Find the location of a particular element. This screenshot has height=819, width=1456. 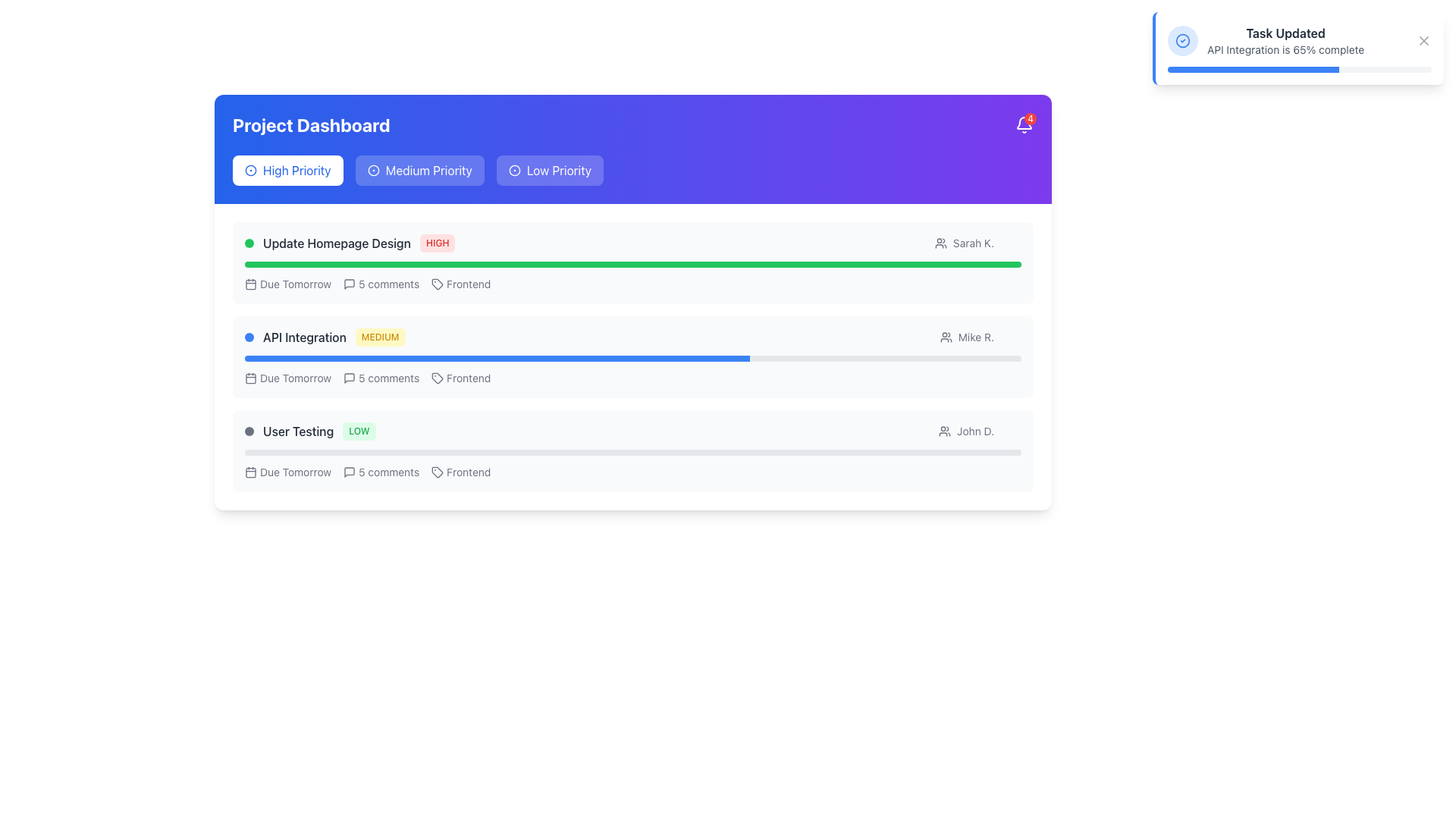

the group/team icon located to the left of 'Sarah K.' text, which is part of the task row labeled 'Update Homepage Design' is located at coordinates (940, 242).